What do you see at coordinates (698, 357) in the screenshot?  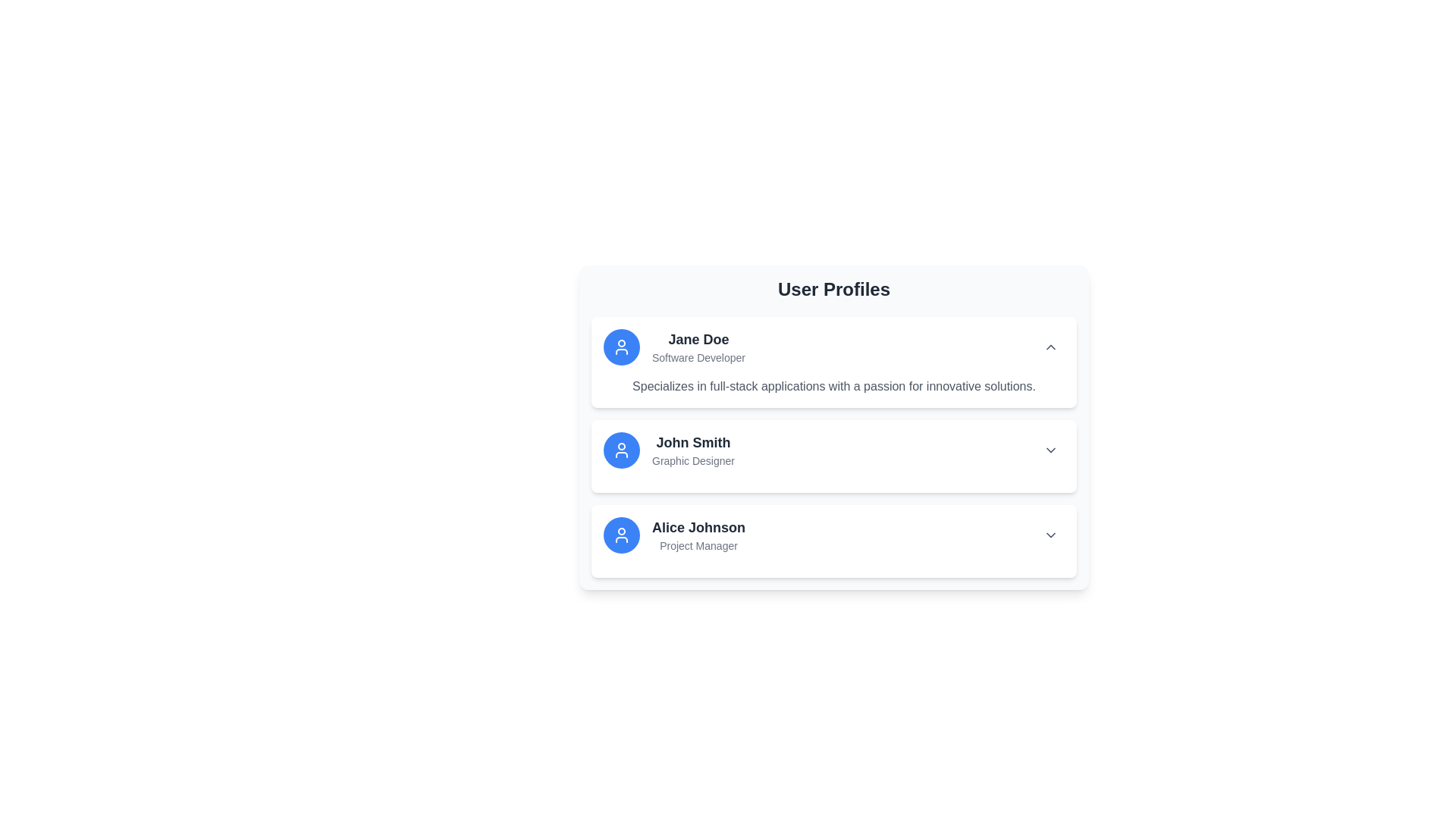 I see `the job title text label associated with user 'Jane Doe', located beneath the larger name text within the user profile card` at bounding box center [698, 357].